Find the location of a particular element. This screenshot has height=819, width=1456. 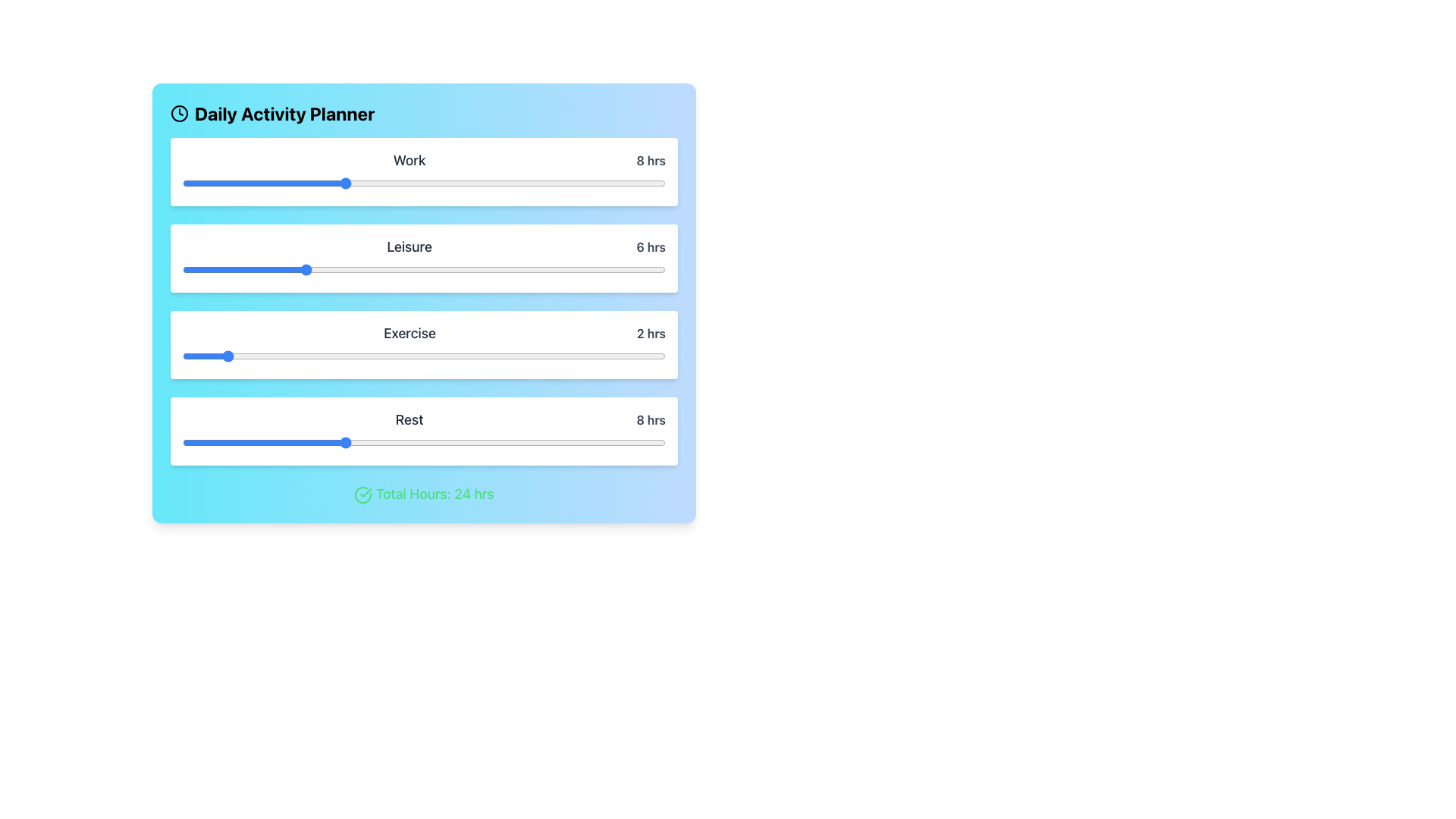

the 'Rest' hours is located at coordinates (343, 442).